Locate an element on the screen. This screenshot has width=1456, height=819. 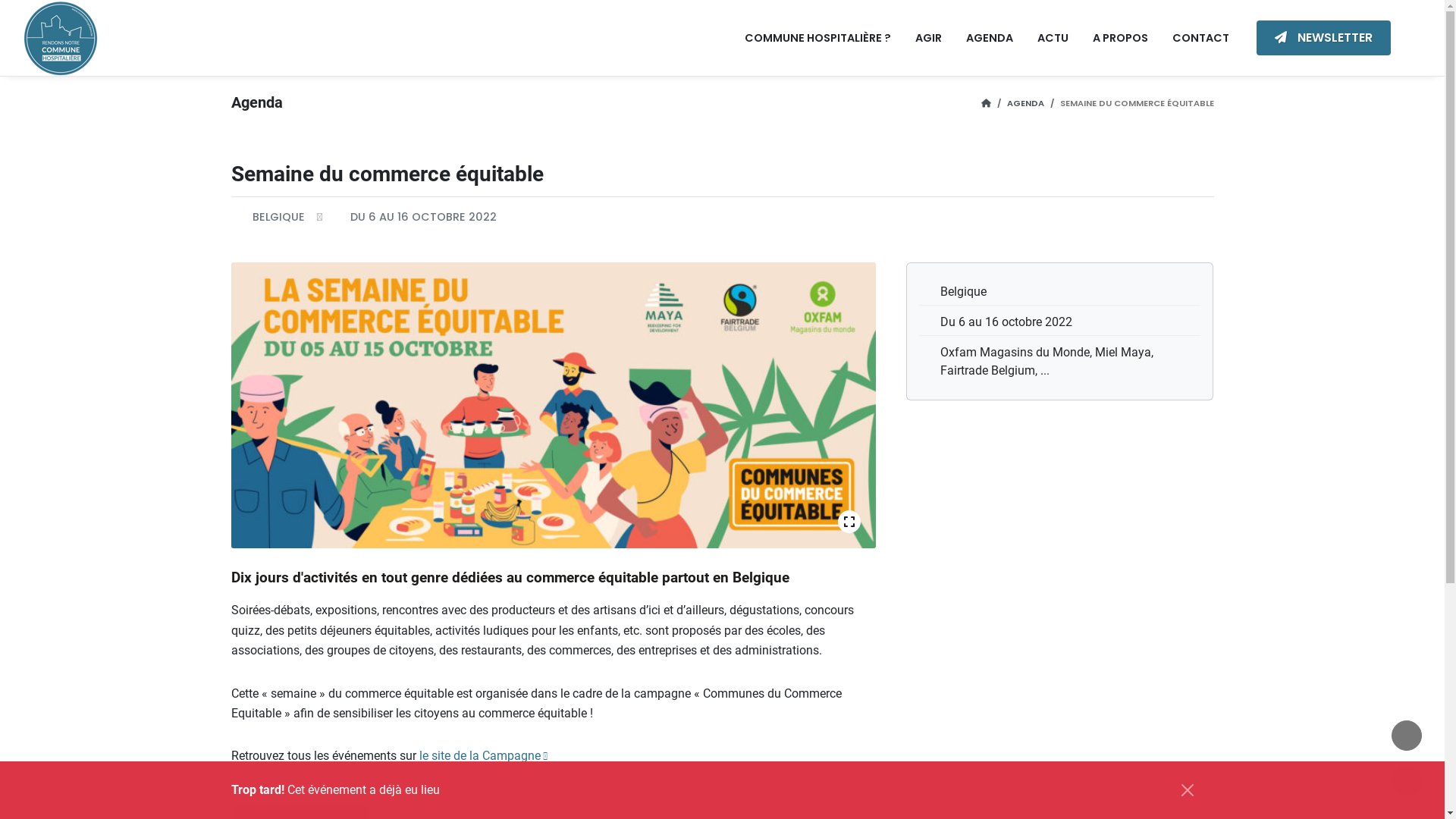
'A PROPOS' is located at coordinates (1120, 37).